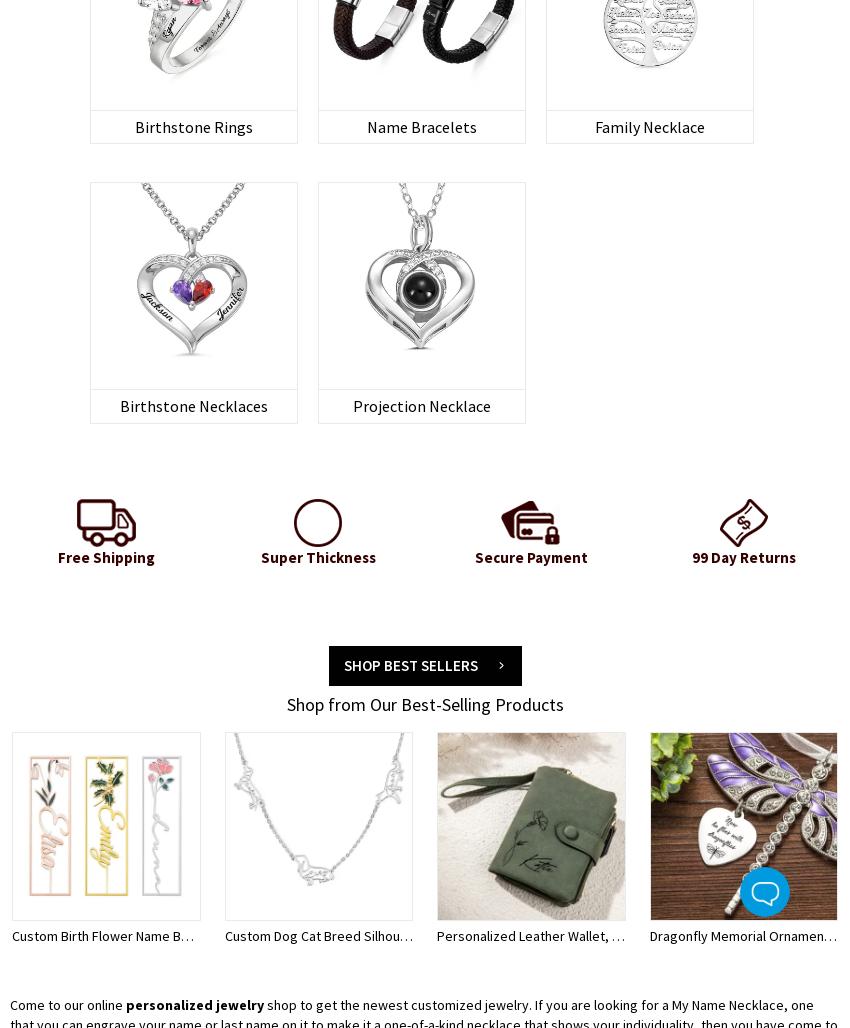  I want to click on 'Birthstone Necklaces', so click(118, 405).